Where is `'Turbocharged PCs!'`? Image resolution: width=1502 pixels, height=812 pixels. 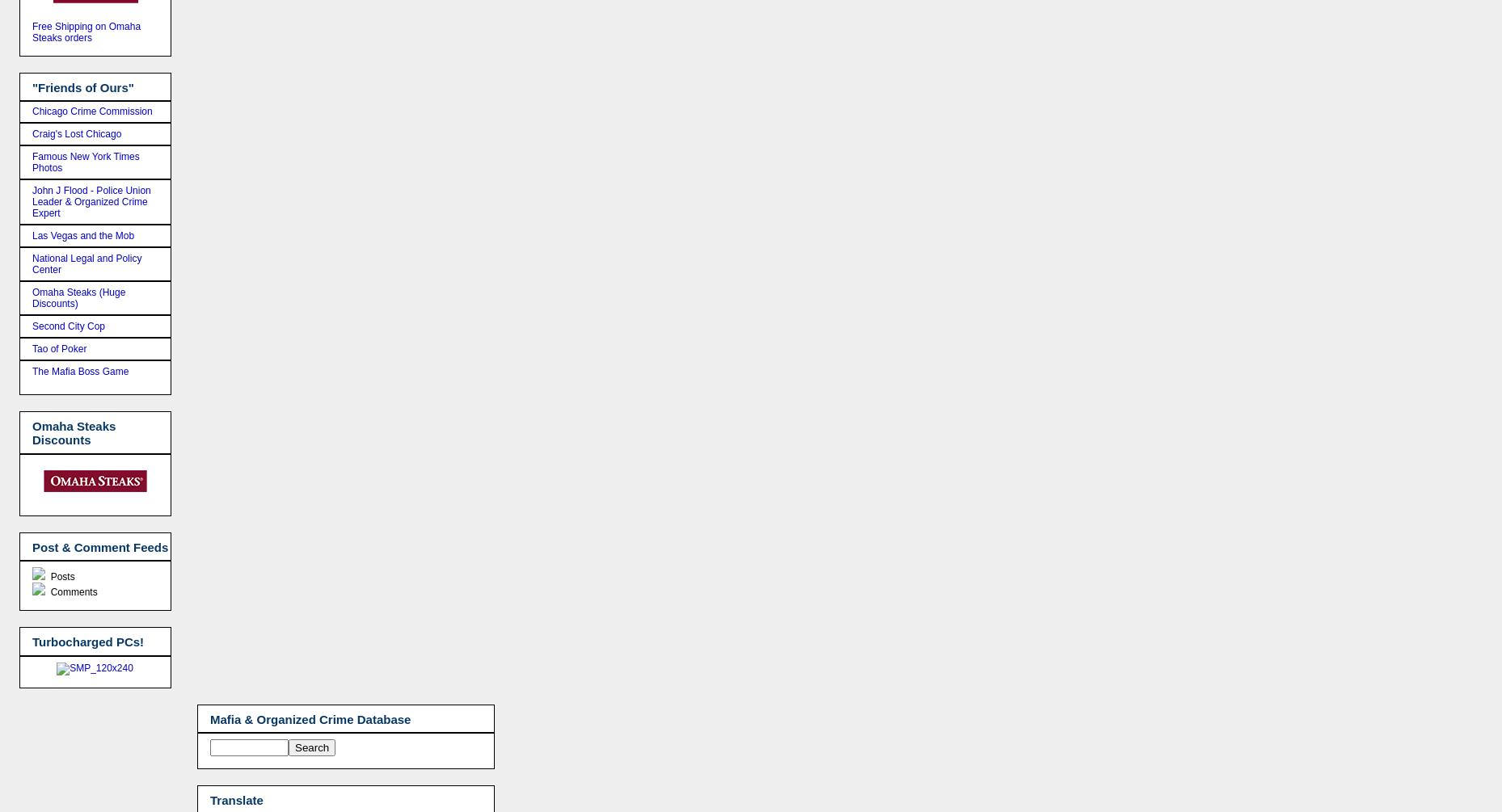 'Turbocharged PCs!' is located at coordinates (88, 642).